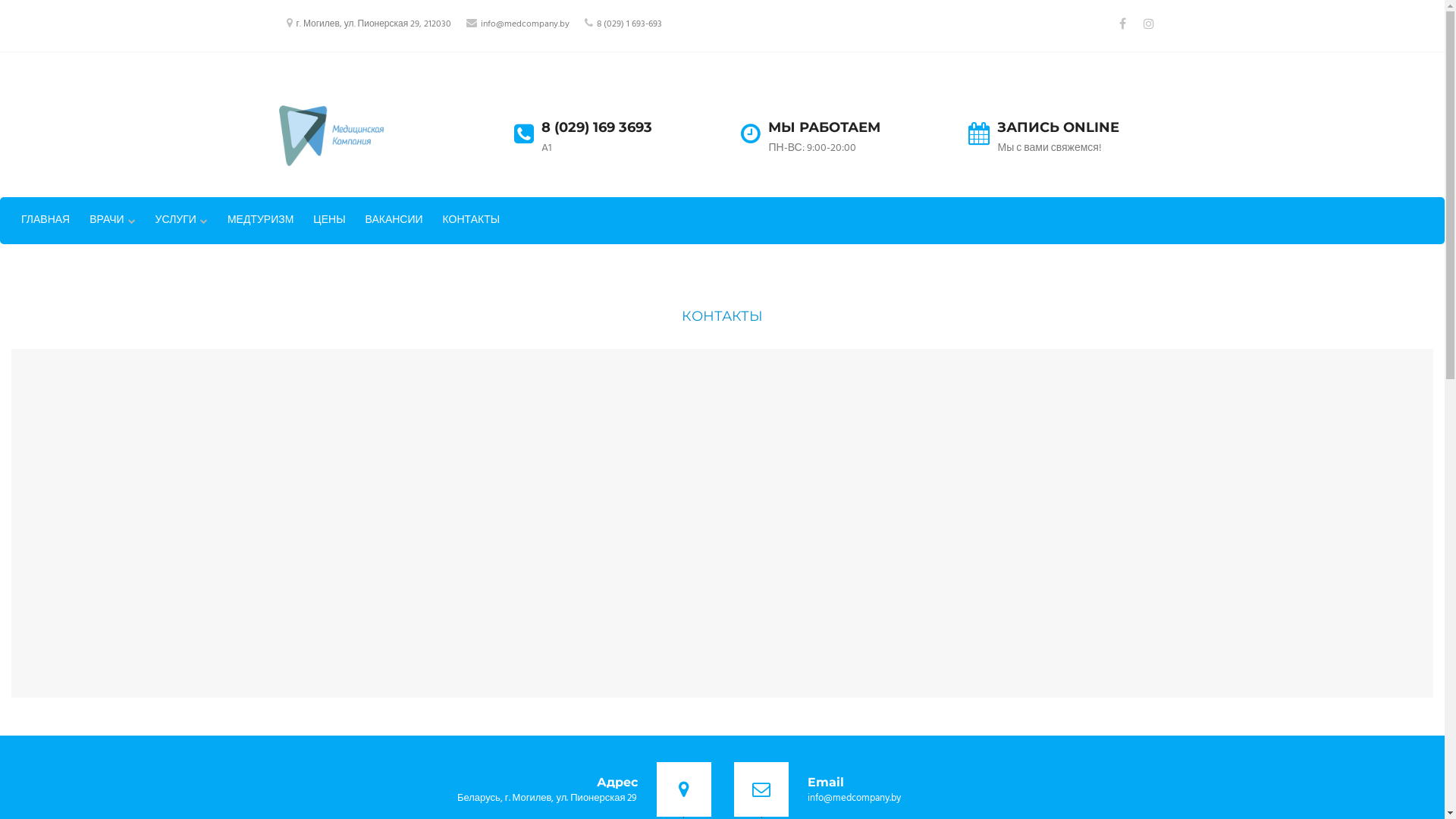 Image resolution: width=1456 pixels, height=819 pixels. Describe the element at coordinates (1113, 24) in the screenshot. I see `'Facebook'` at that location.